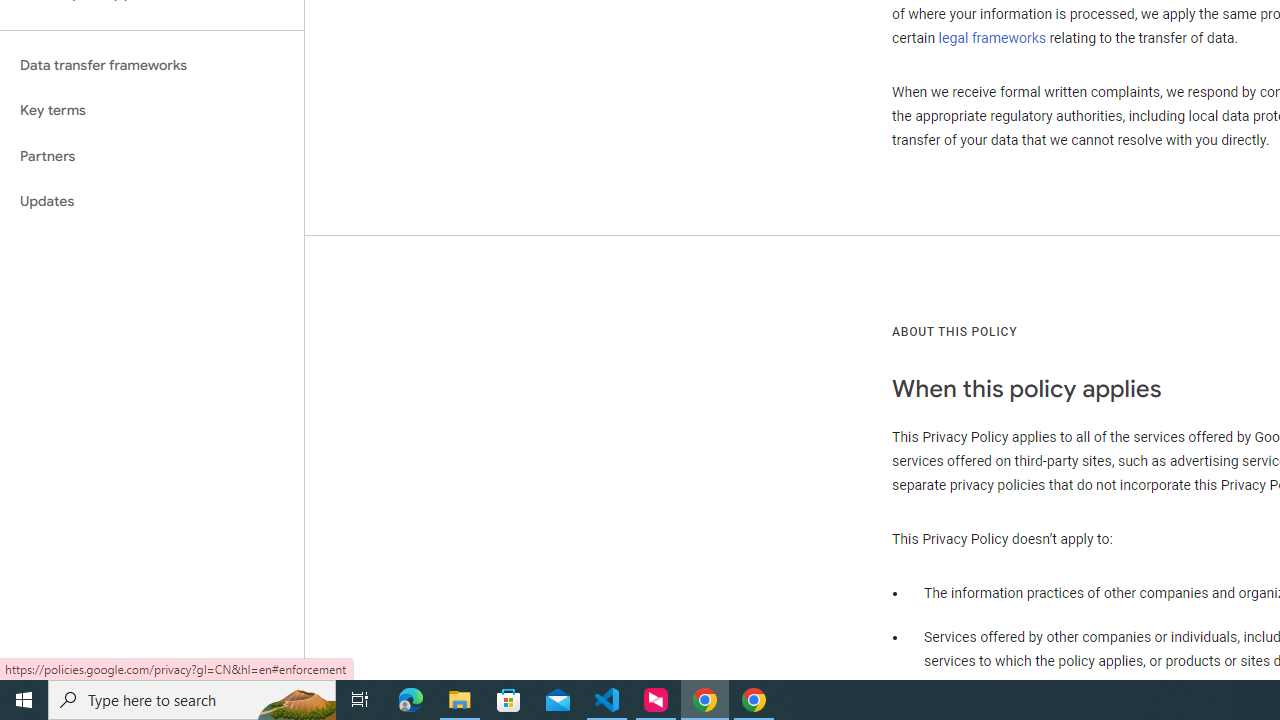 Image resolution: width=1280 pixels, height=720 pixels. What do you see at coordinates (151, 110) in the screenshot?
I see `'Key terms'` at bounding box center [151, 110].